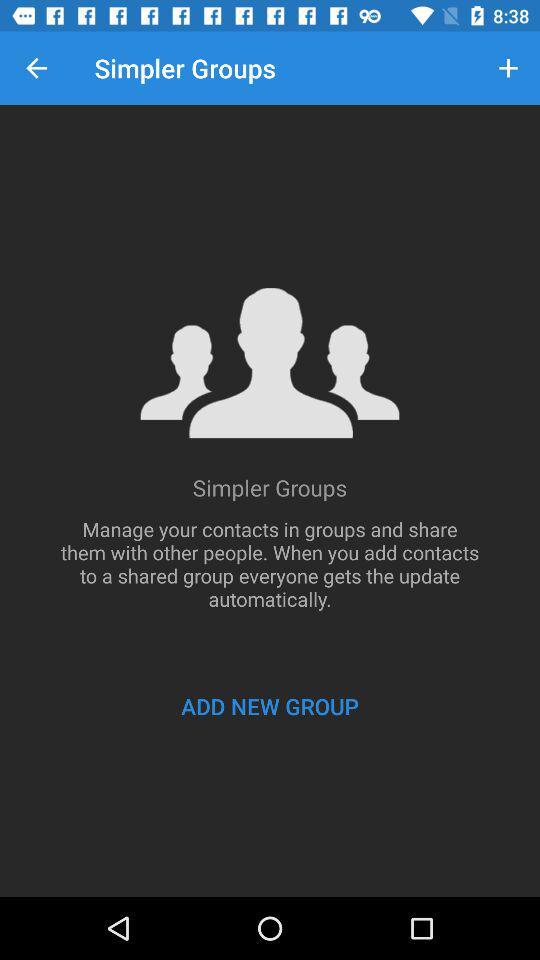 This screenshot has height=960, width=540. Describe the element at coordinates (508, 68) in the screenshot. I see `item next to the simpler groups` at that location.